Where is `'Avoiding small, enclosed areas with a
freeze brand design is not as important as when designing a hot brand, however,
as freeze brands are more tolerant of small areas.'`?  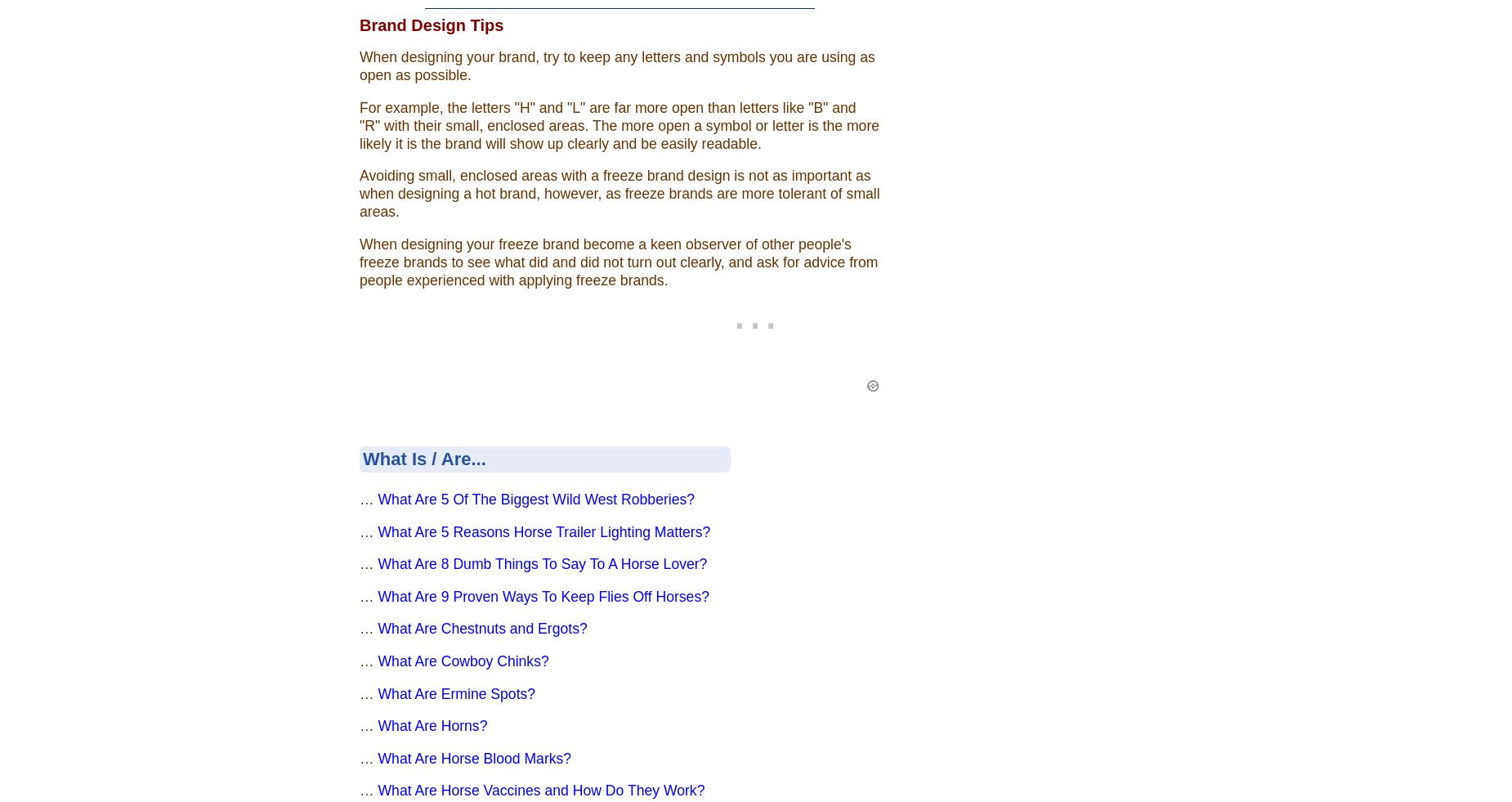
'Avoiding small, enclosed areas with a
freeze brand design is not as important as when designing a hot brand, however,
as freeze brands are more tolerant of small areas.' is located at coordinates (619, 193).